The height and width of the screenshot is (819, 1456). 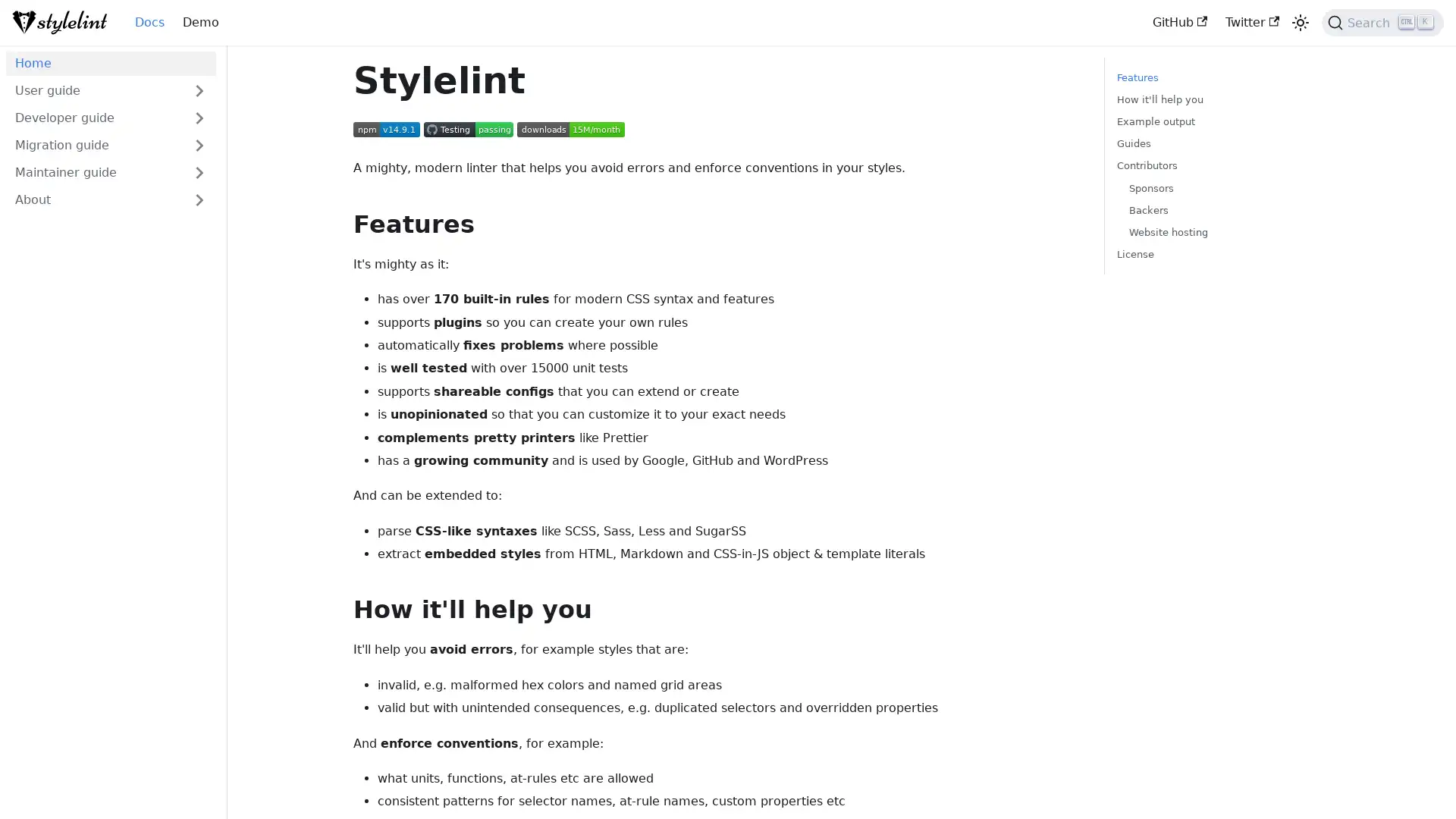 What do you see at coordinates (1299, 23) in the screenshot?
I see `Switch between dark and light mode (currently light mode)` at bounding box center [1299, 23].